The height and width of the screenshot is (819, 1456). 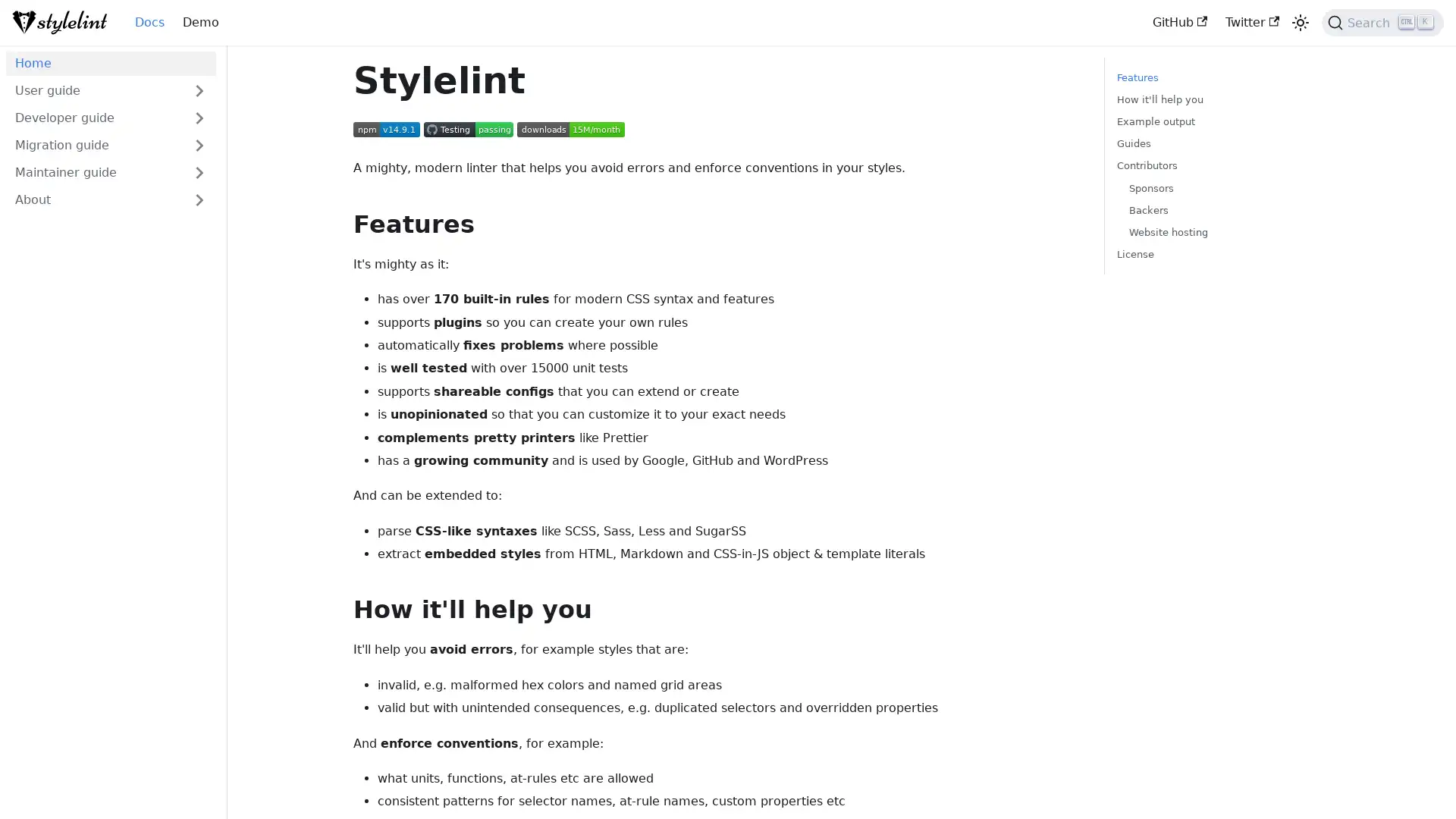 What do you see at coordinates (1299, 23) in the screenshot?
I see `Switch between dark and light mode (currently light mode)` at bounding box center [1299, 23].